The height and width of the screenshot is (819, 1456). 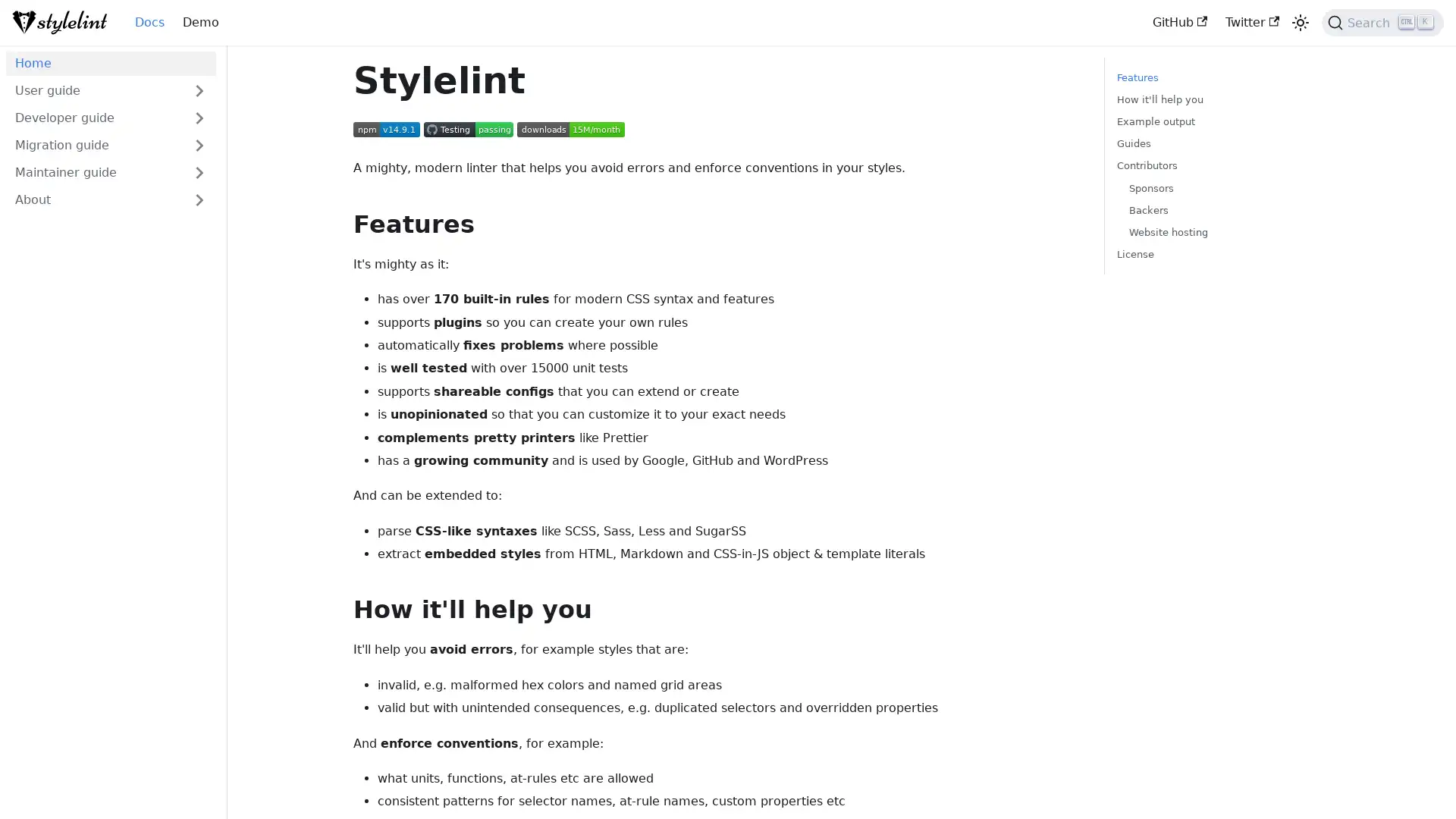 What do you see at coordinates (1299, 23) in the screenshot?
I see `Switch between dark and light mode (currently light mode)` at bounding box center [1299, 23].